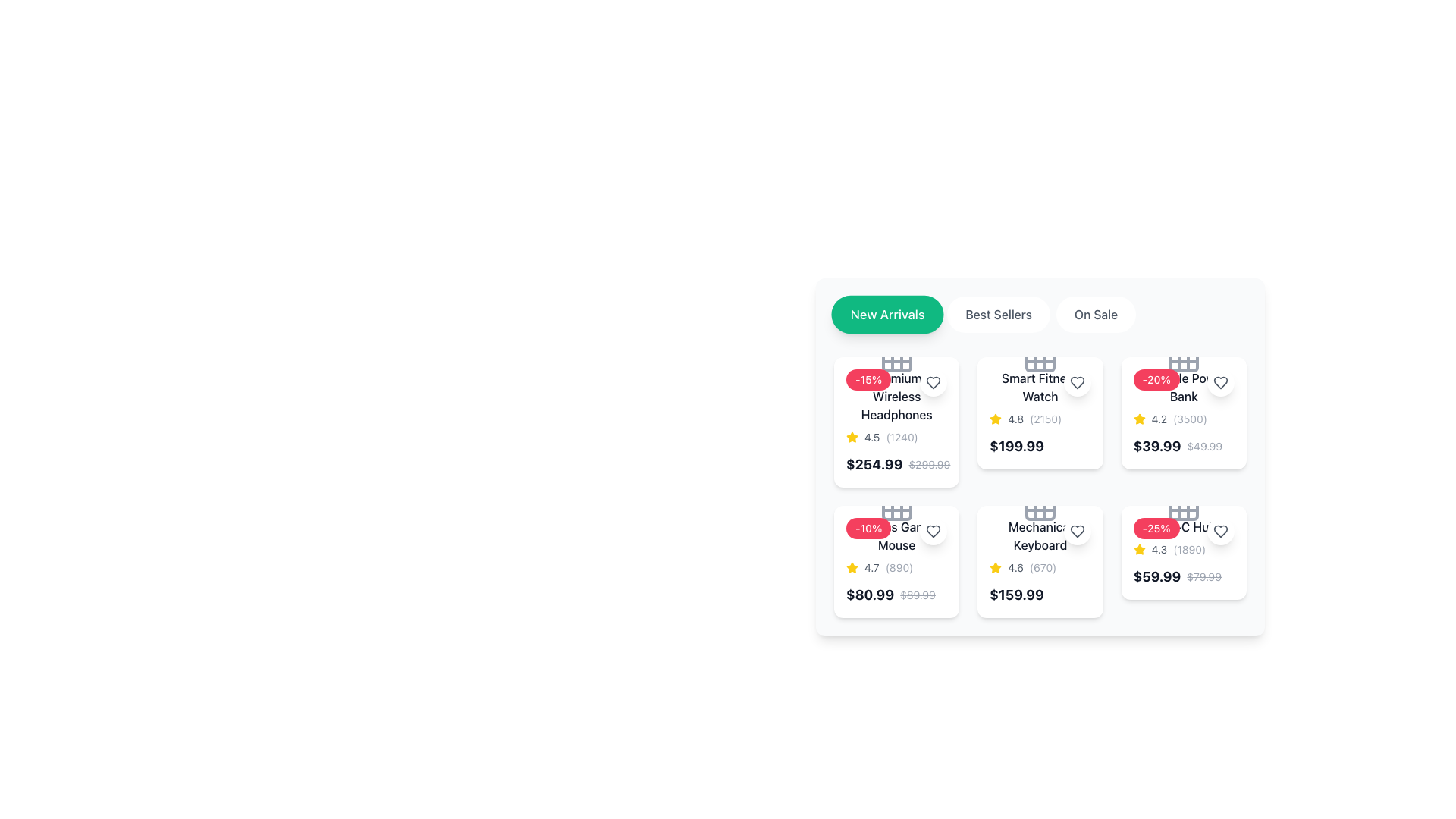  Describe the element at coordinates (872, 438) in the screenshot. I see `the text label displaying the value '4.5', which is part of the rating and review section for a product, located between a yellow star icon and a gray text element showing '(1240)'` at that location.